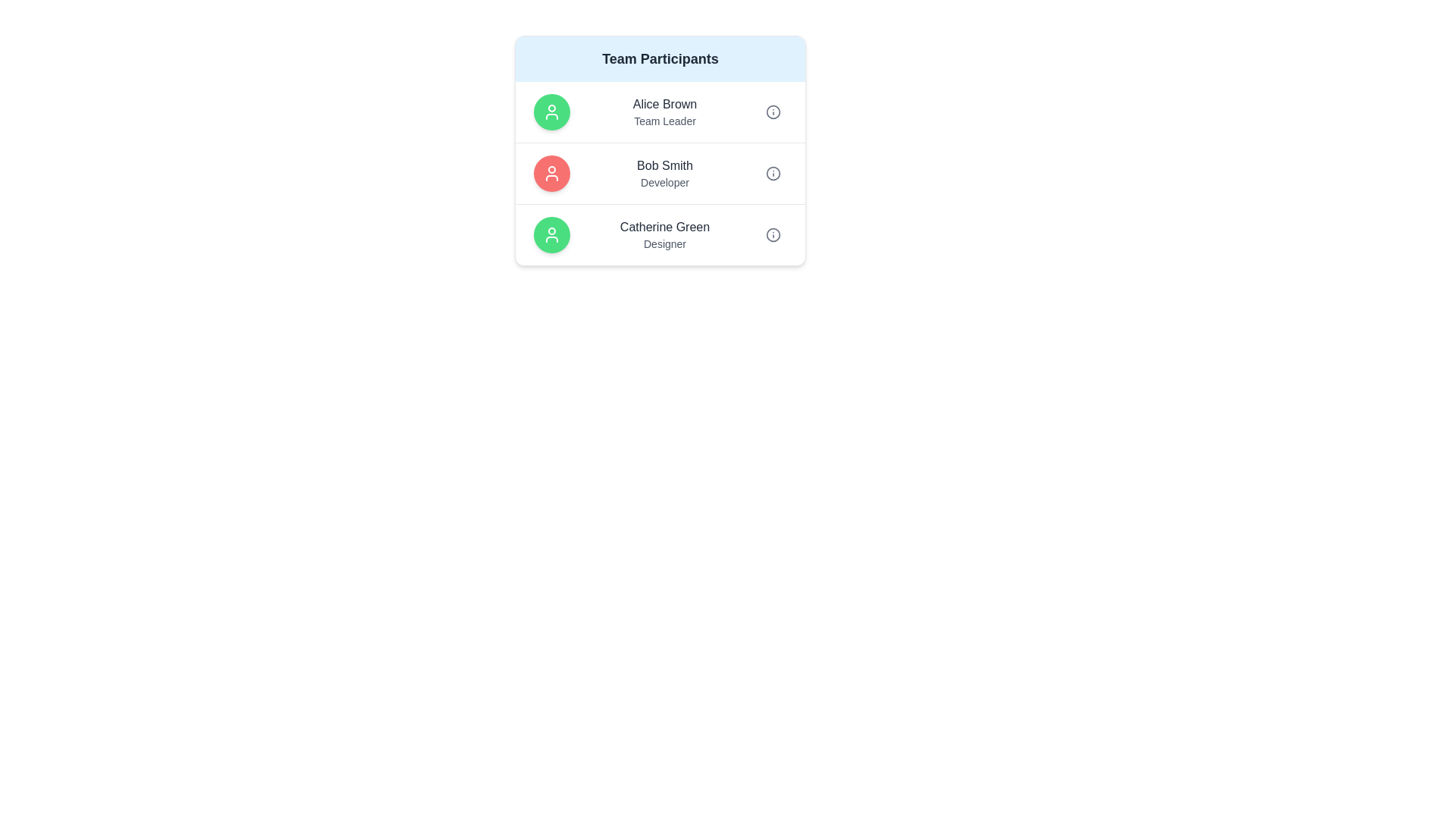 The width and height of the screenshot is (1456, 819). What do you see at coordinates (665, 227) in the screenshot?
I see `the label displaying the participant's name 'Catherine Green' in the third row of the participant list, positioned above the smaller text element 'Designer'` at bounding box center [665, 227].